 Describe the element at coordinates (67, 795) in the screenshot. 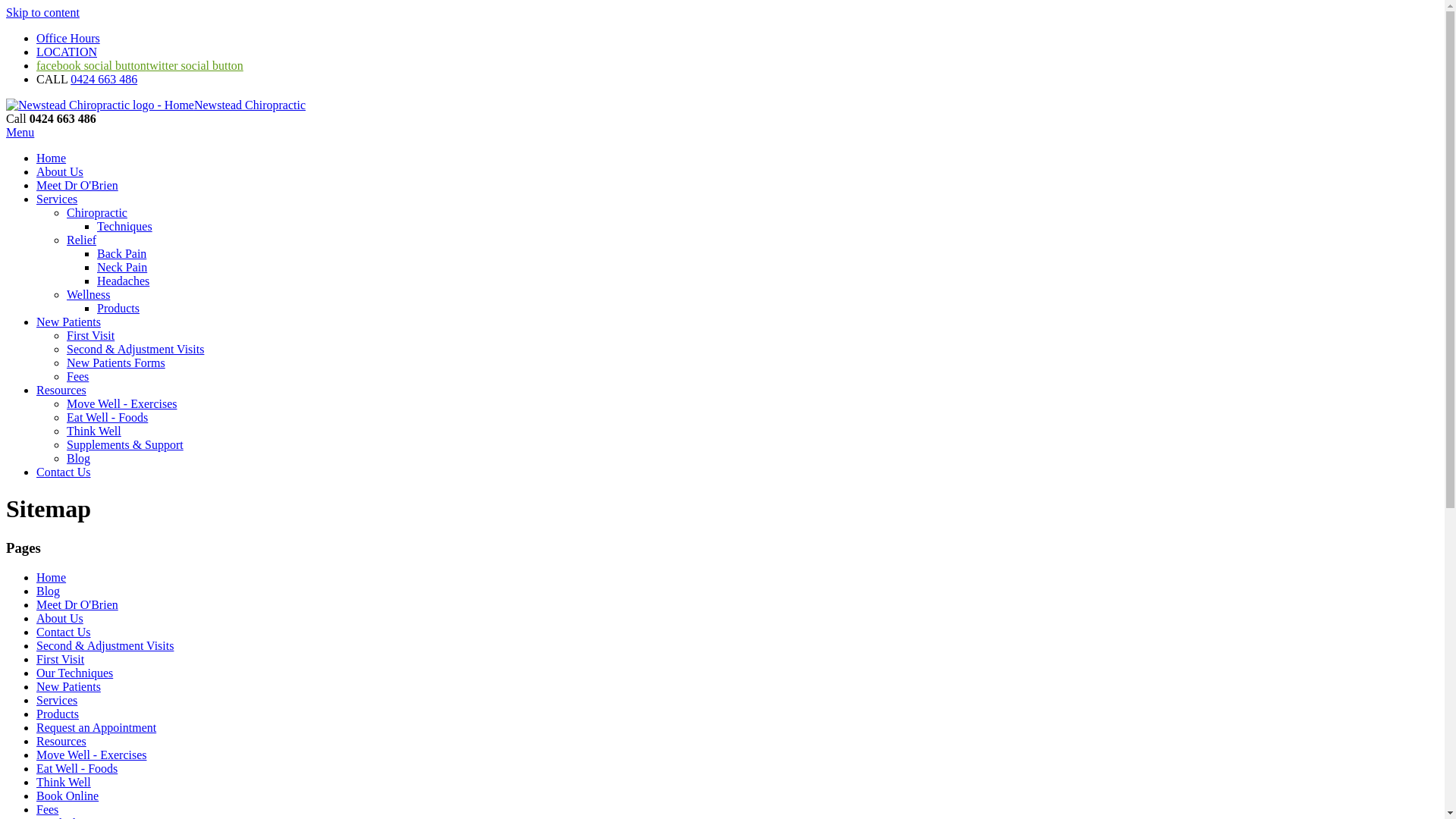

I see `'Book Online'` at that location.